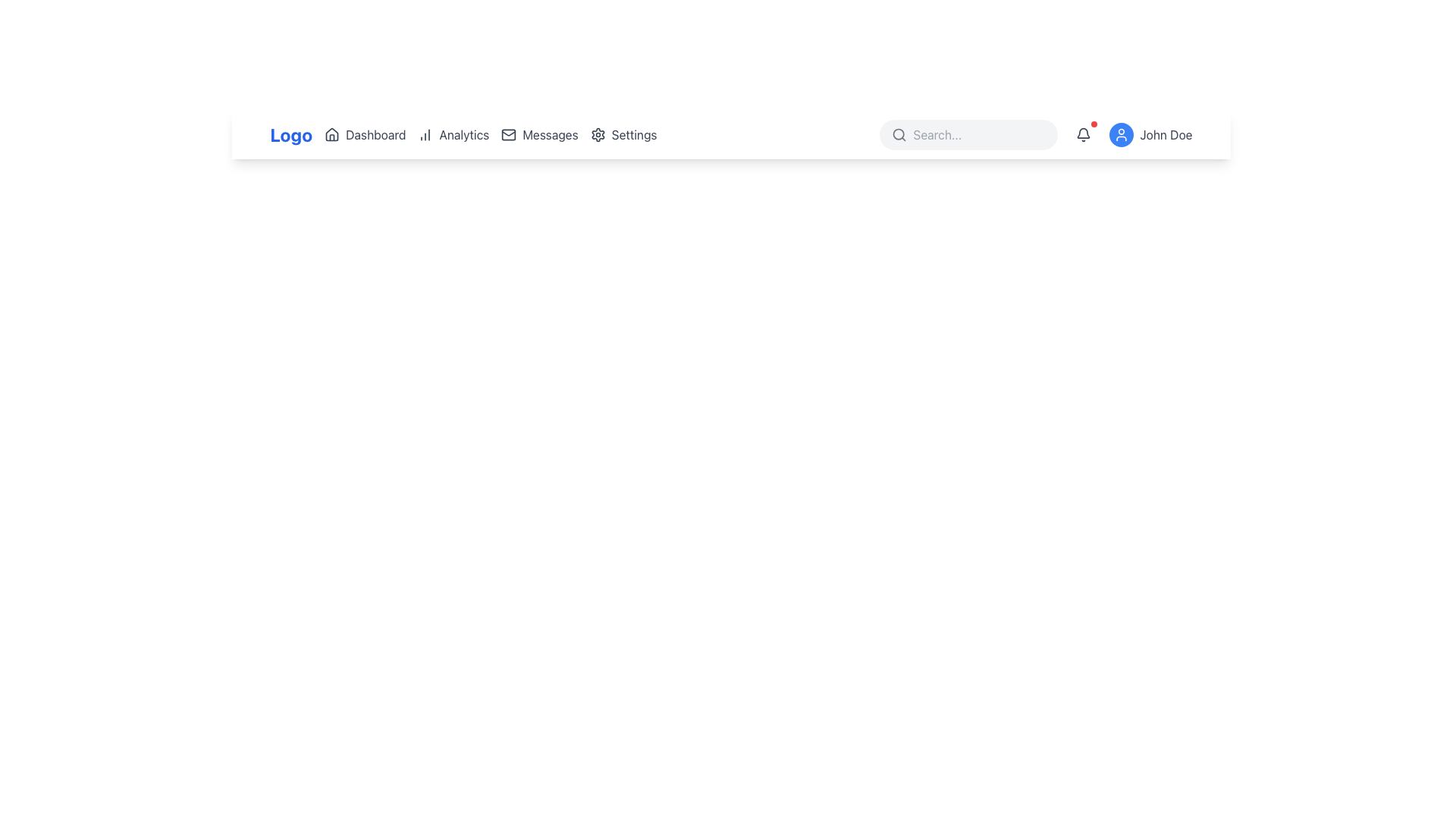  I want to click on the 'Analytics' IconButton located in the main navigation bar, so click(425, 133).